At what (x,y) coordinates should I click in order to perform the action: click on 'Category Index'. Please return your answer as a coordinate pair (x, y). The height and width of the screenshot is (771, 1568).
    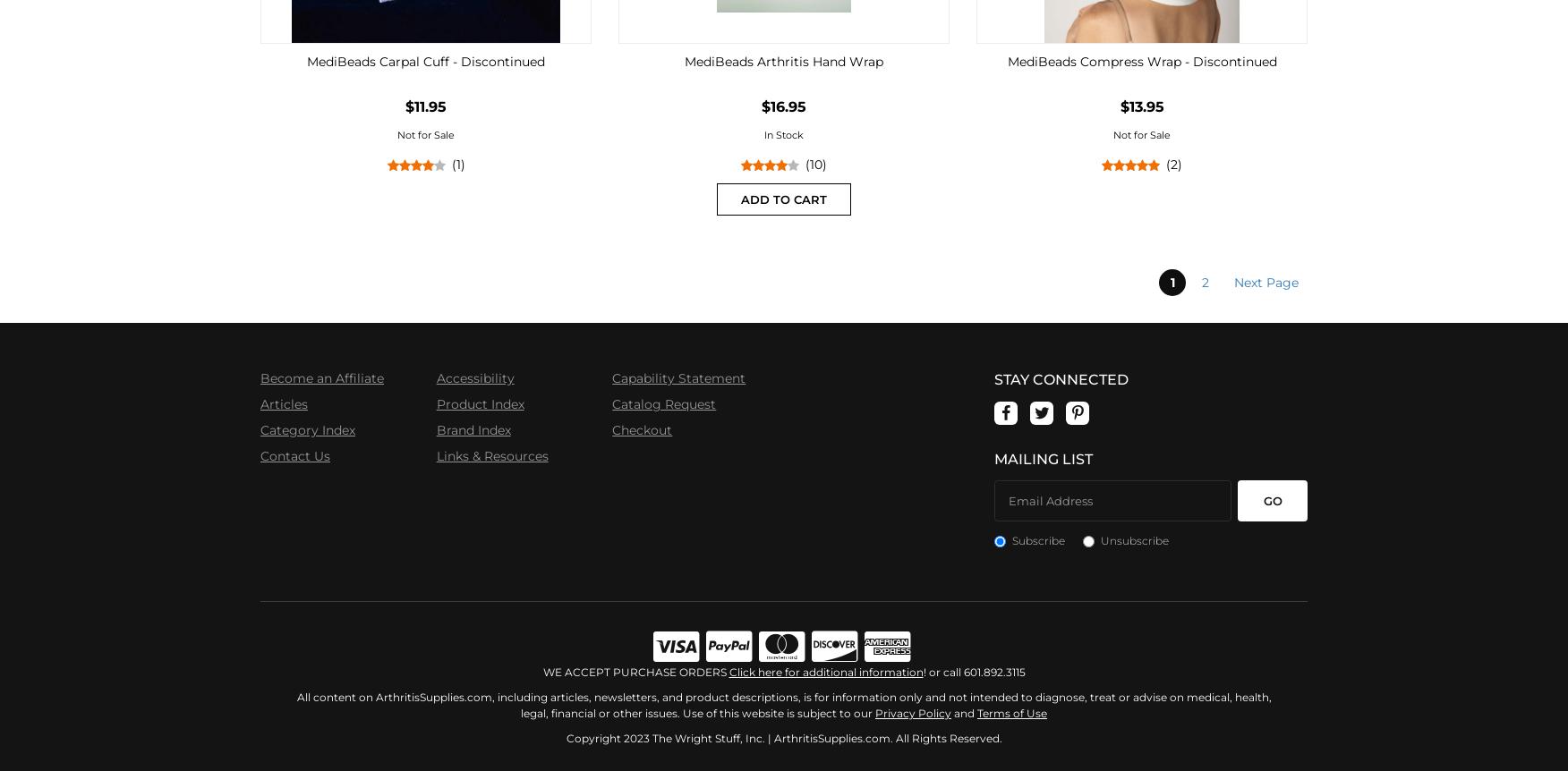
    Looking at the image, I should click on (307, 429).